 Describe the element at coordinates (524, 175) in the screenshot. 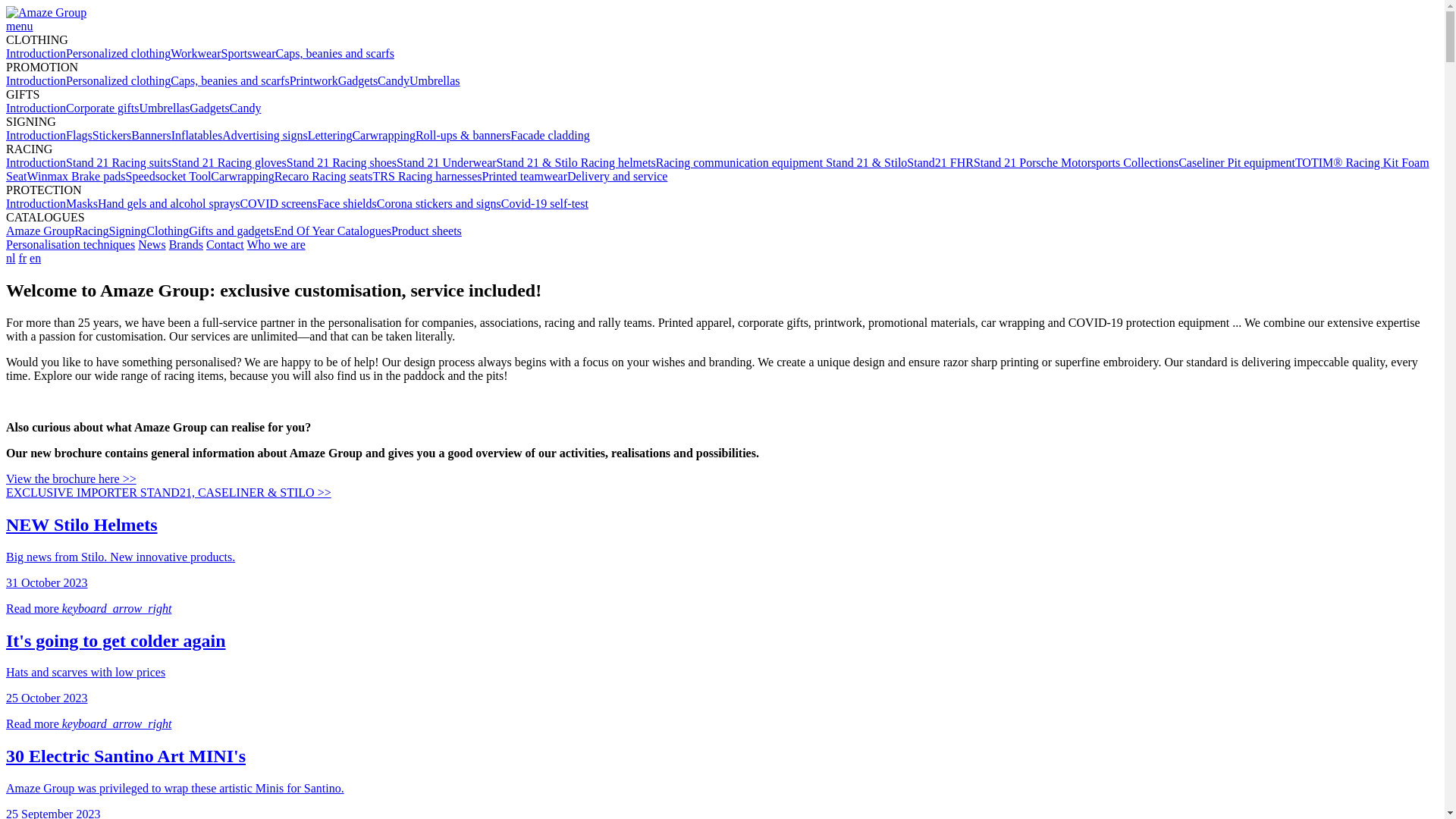

I see `'Printed teamwear'` at that location.